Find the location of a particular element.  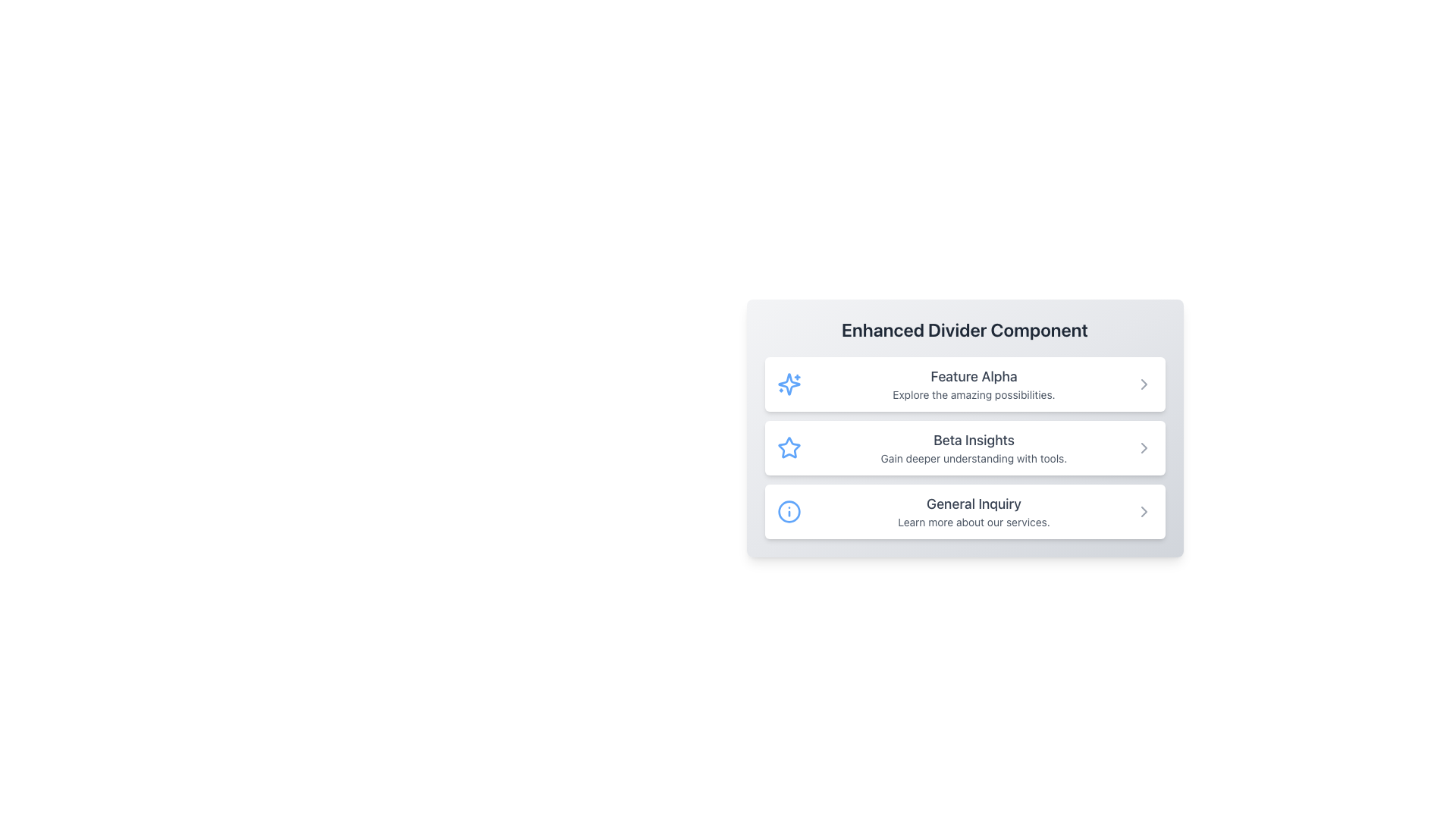

the chevron icon located at the rightmost part of the 'Feature Alpha' card is located at coordinates (1144, 383).